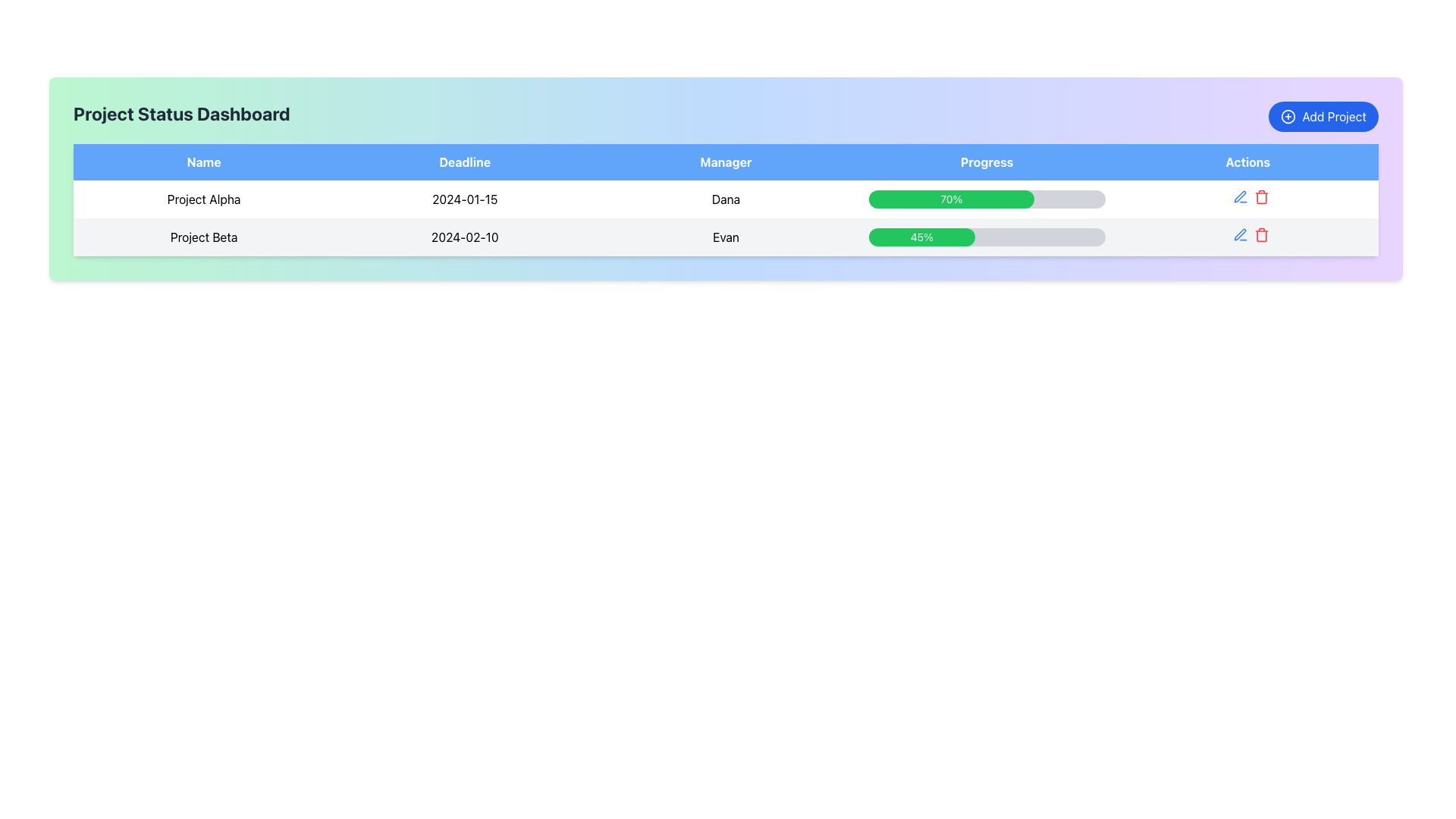  Describe the element at coordinates (1261, 196) in the screenshot. I see `the red trash can icon located in the 'Actions' column of the second row for the 'Project Beta' entry` at that location.